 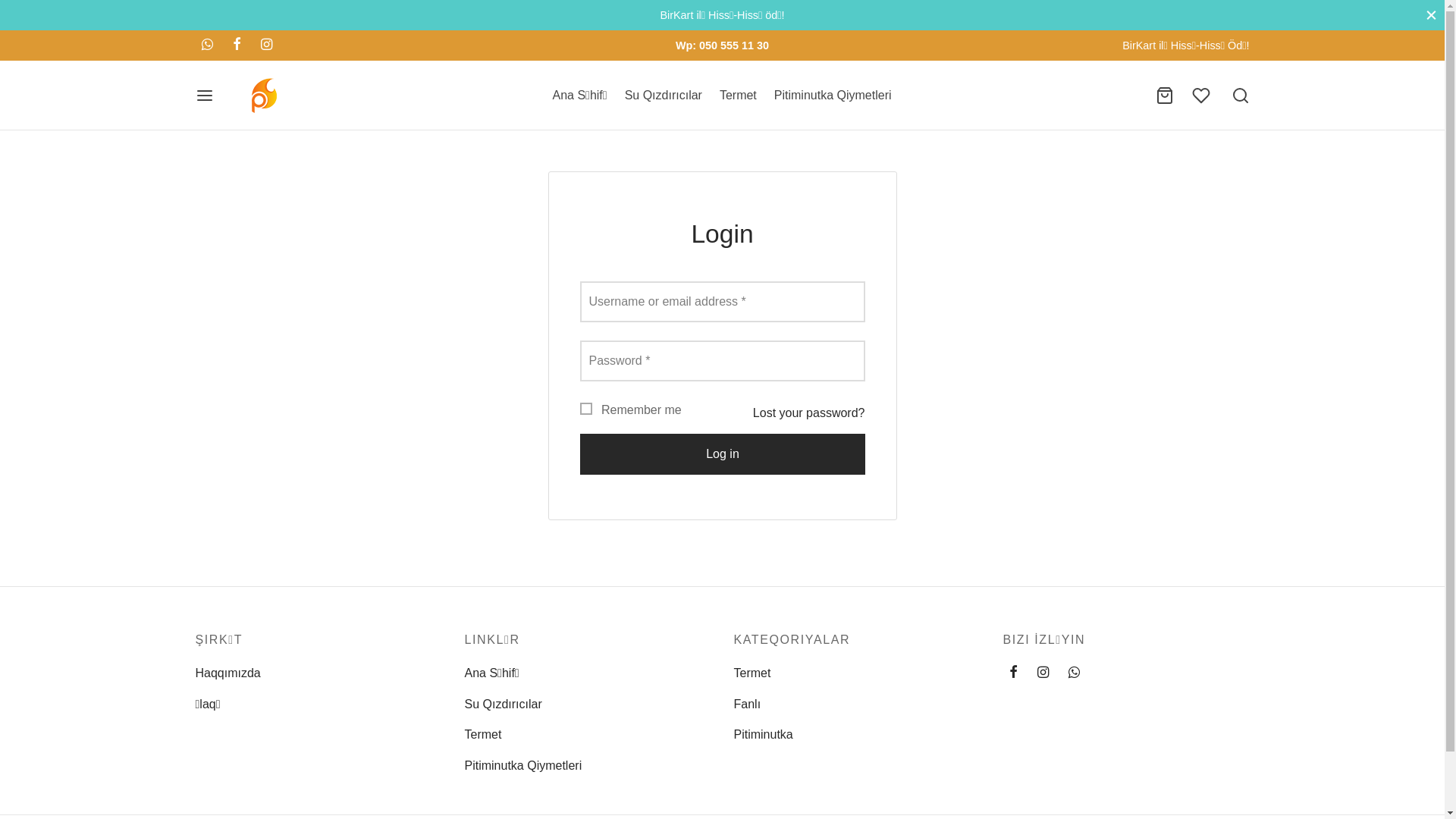 What do you see at coordinates (206, 45) in the screenshot?
I see `'whatsapp'` at bounding box center [206, 45].